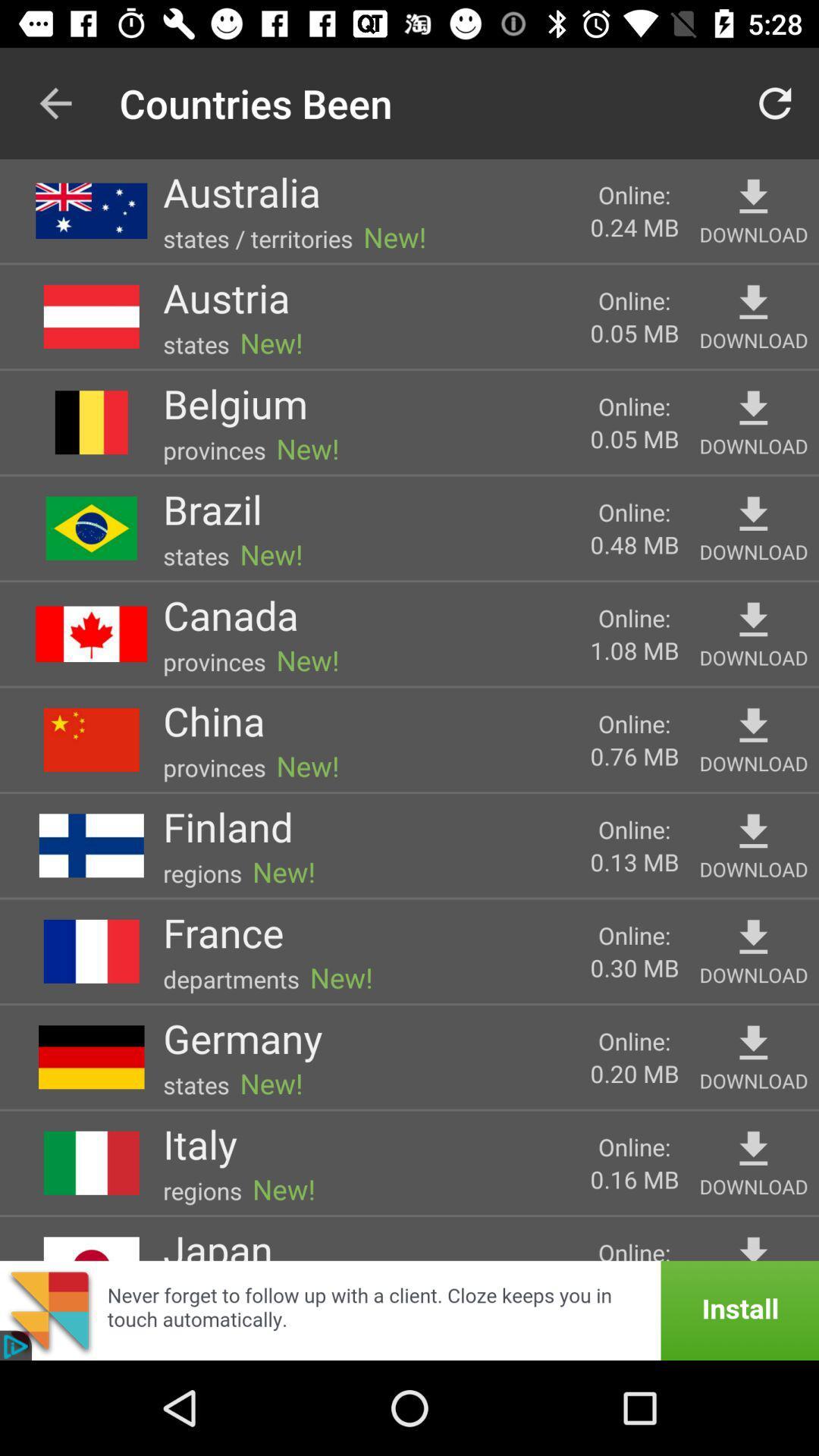  I want to click on download, so click(753, 1246).